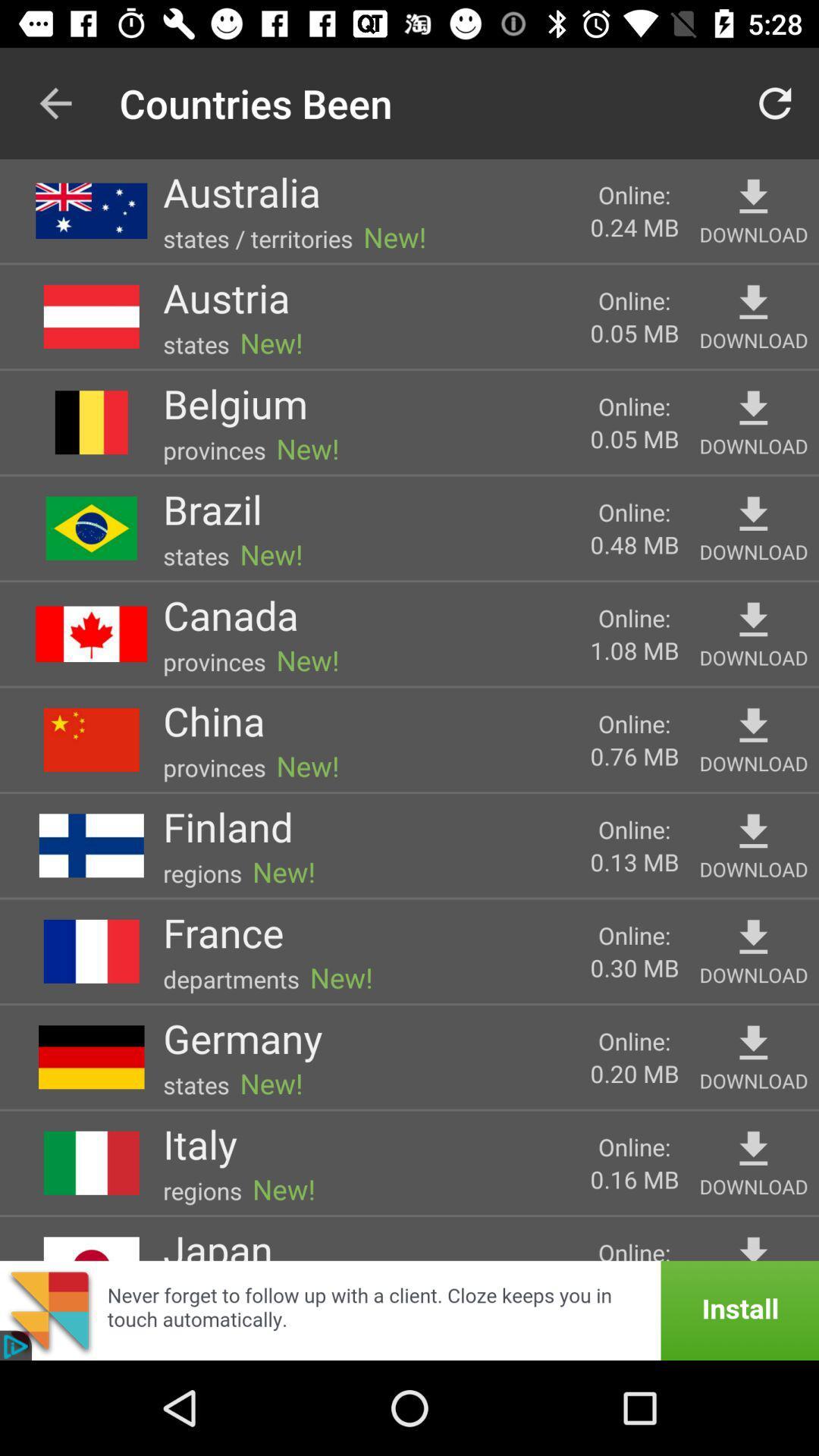  I want to click on download, so click(753, 1246).